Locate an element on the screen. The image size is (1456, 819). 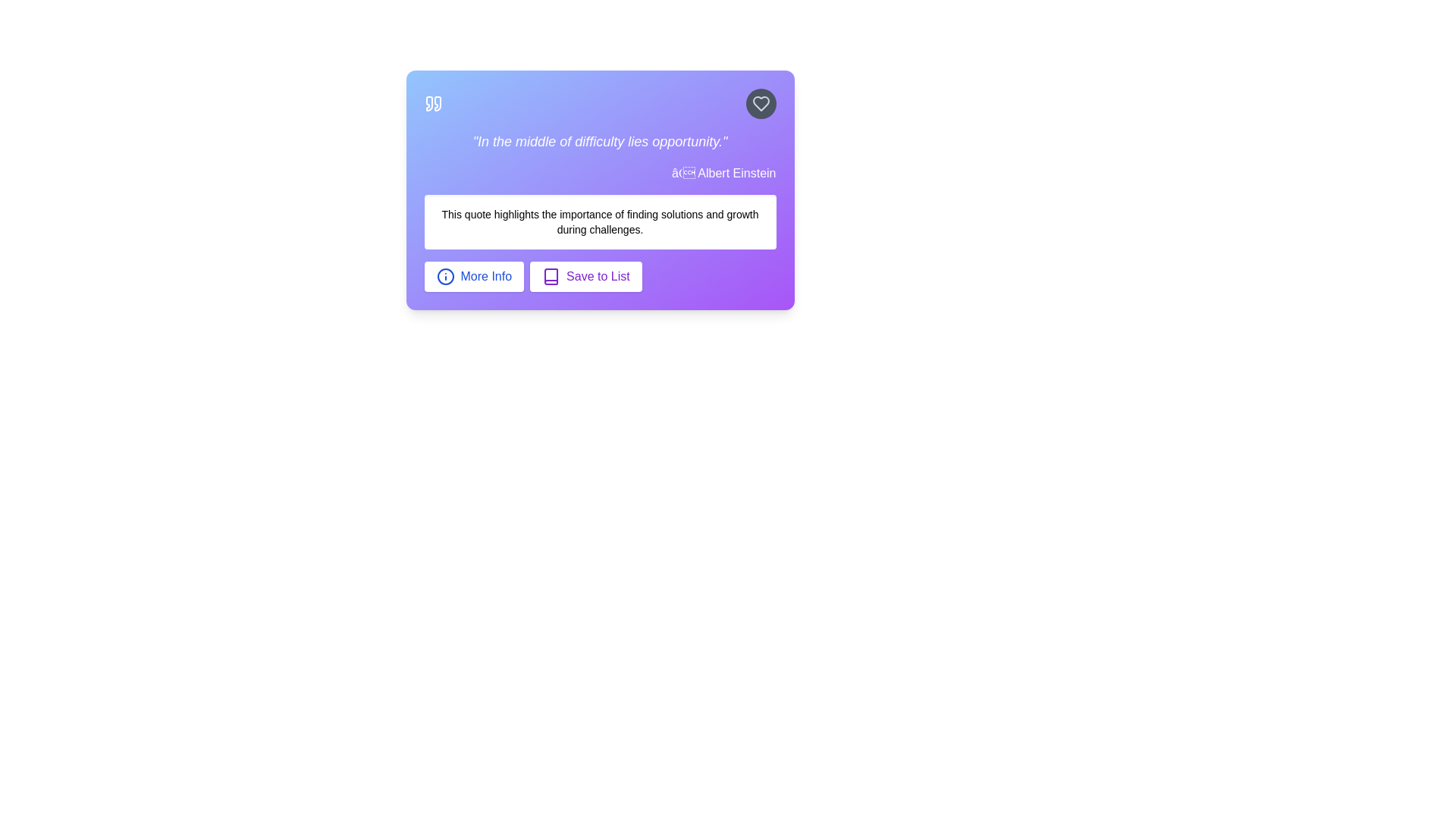
the 'More Info' and 'Save to List' buttons in the Horizontal button group is located at coordinates (599, 277).